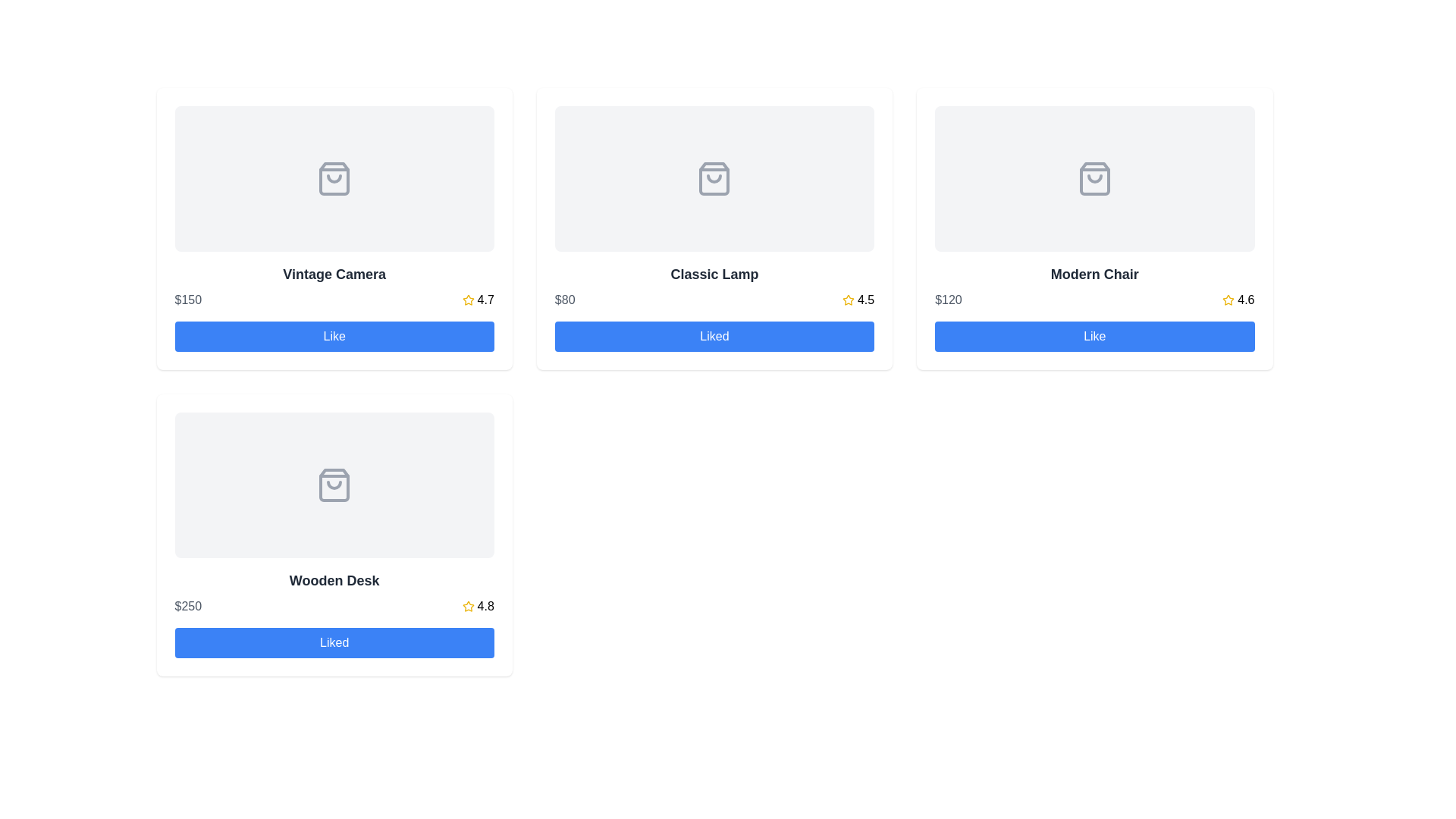 Image resolution: width=1456 pixels, height=819 pixels. Describe the element at coordinates (564, 300) in the screenshot. I see `text of the price label for the product 'Classic Lamp', located at the top-left corner of the pricing and rating row card` at that location.